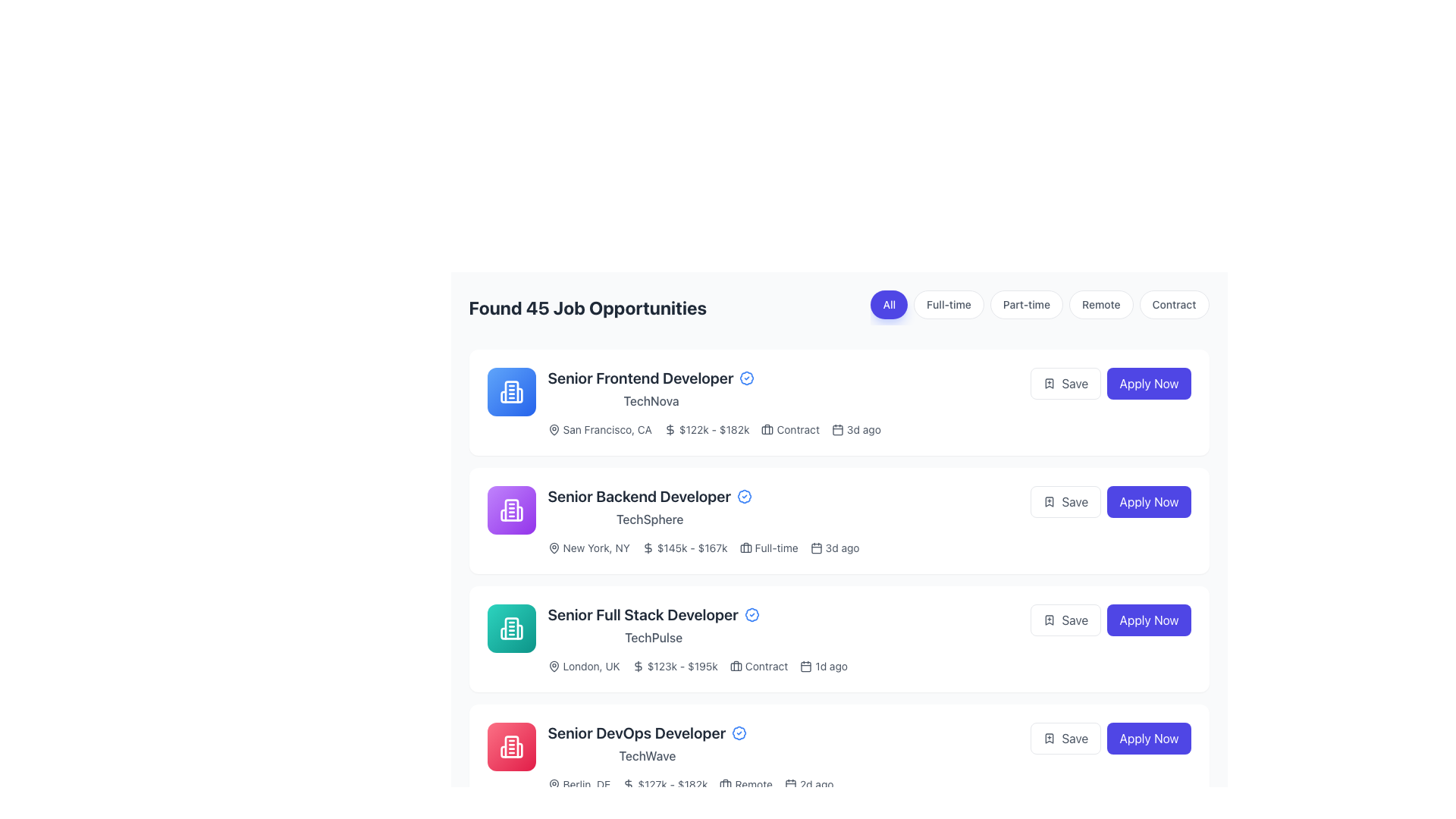 The height and width of the screenshot is (819, 1456). I want to click on the 'Save' button with a bookmark icon located in the third job listing from the top, which is styled with a light gray border and has a gray text label, so click(1065, 620).